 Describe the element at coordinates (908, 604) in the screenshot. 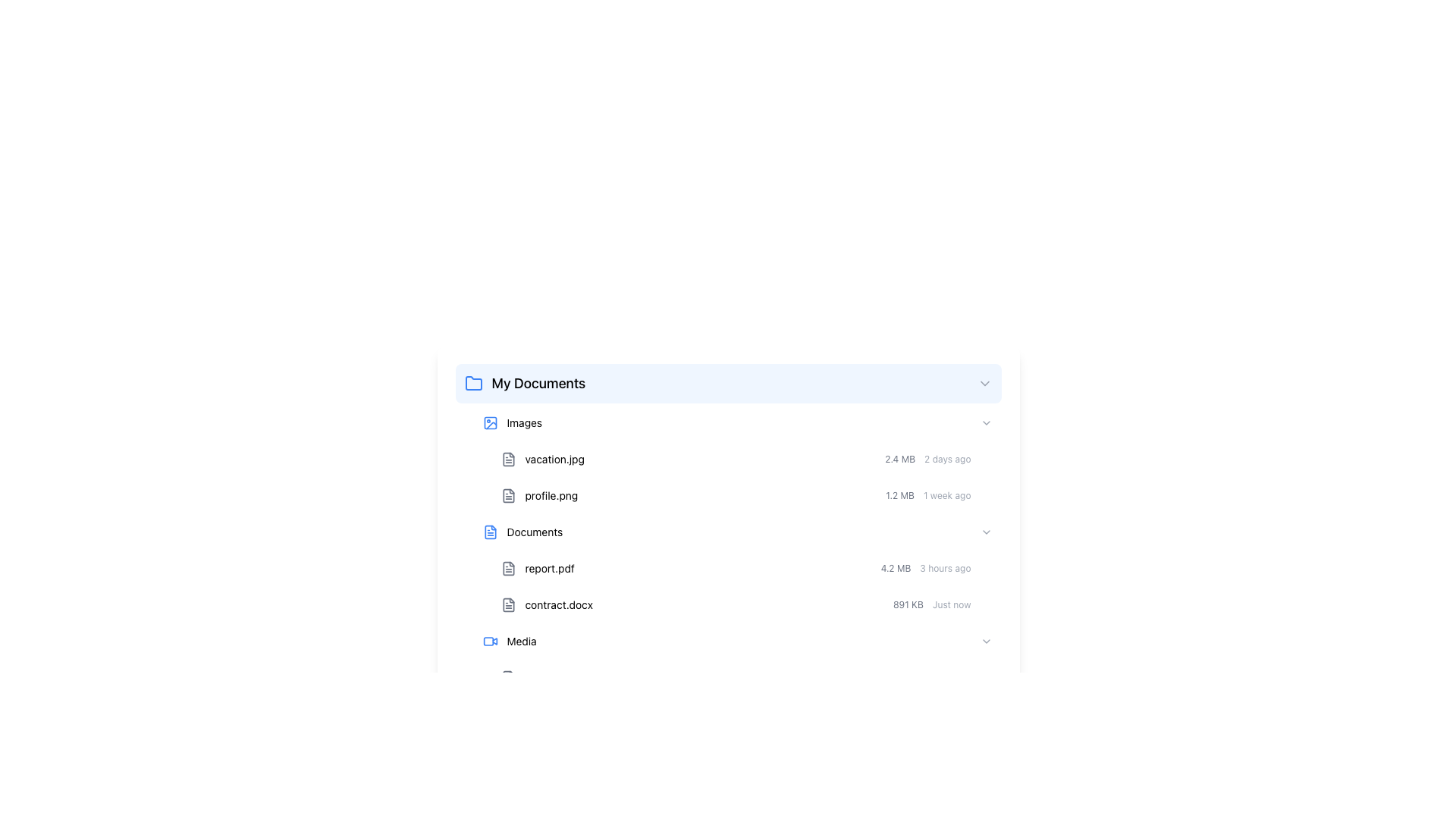

I see `the Label that displays the file size of the associated document, positioned to the left of the 'Just now' text within the 'Documents' folder section` at that location.